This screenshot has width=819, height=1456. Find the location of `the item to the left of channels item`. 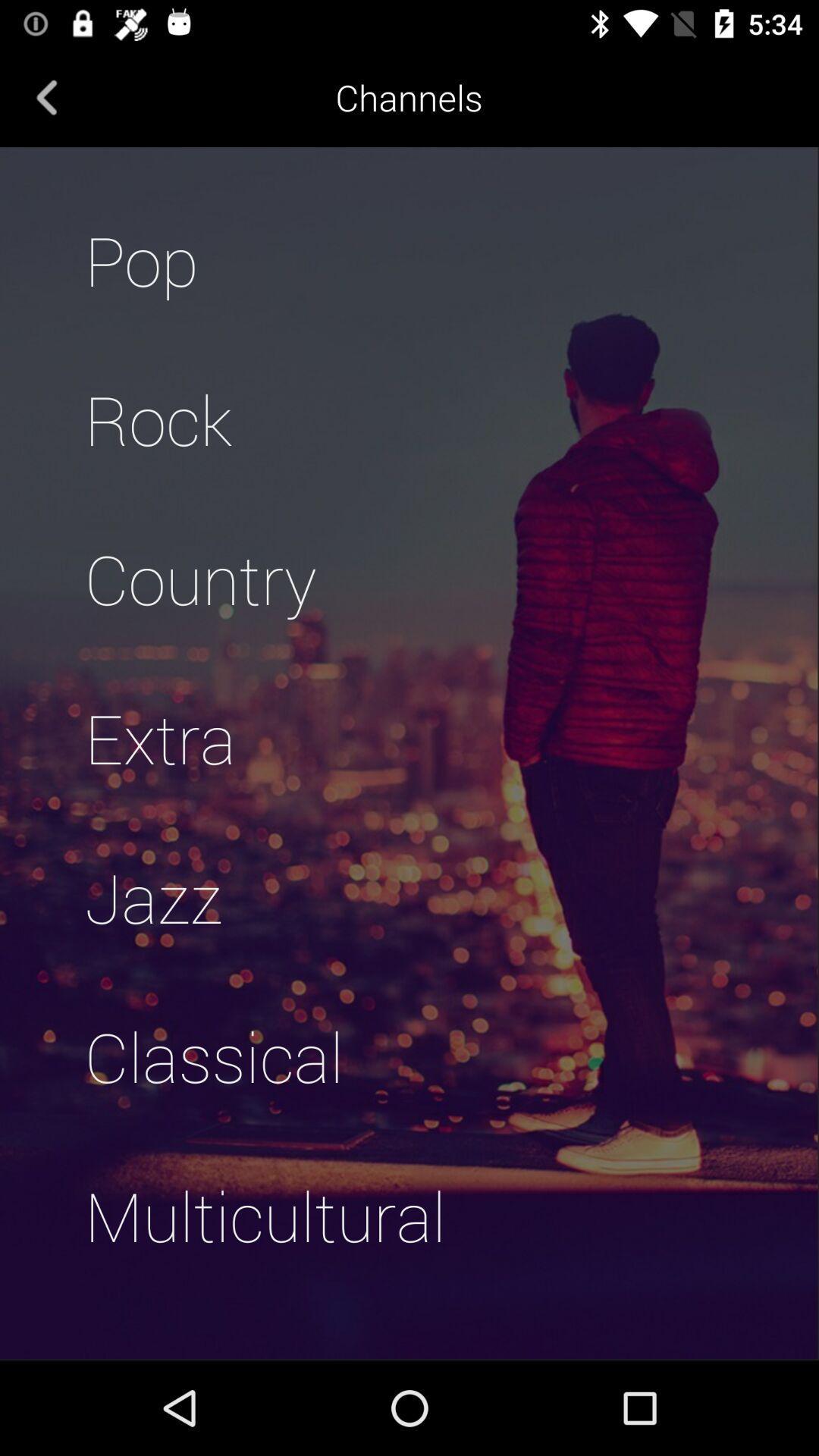

the item to the left of channels item is located at coordinates (46, 96).